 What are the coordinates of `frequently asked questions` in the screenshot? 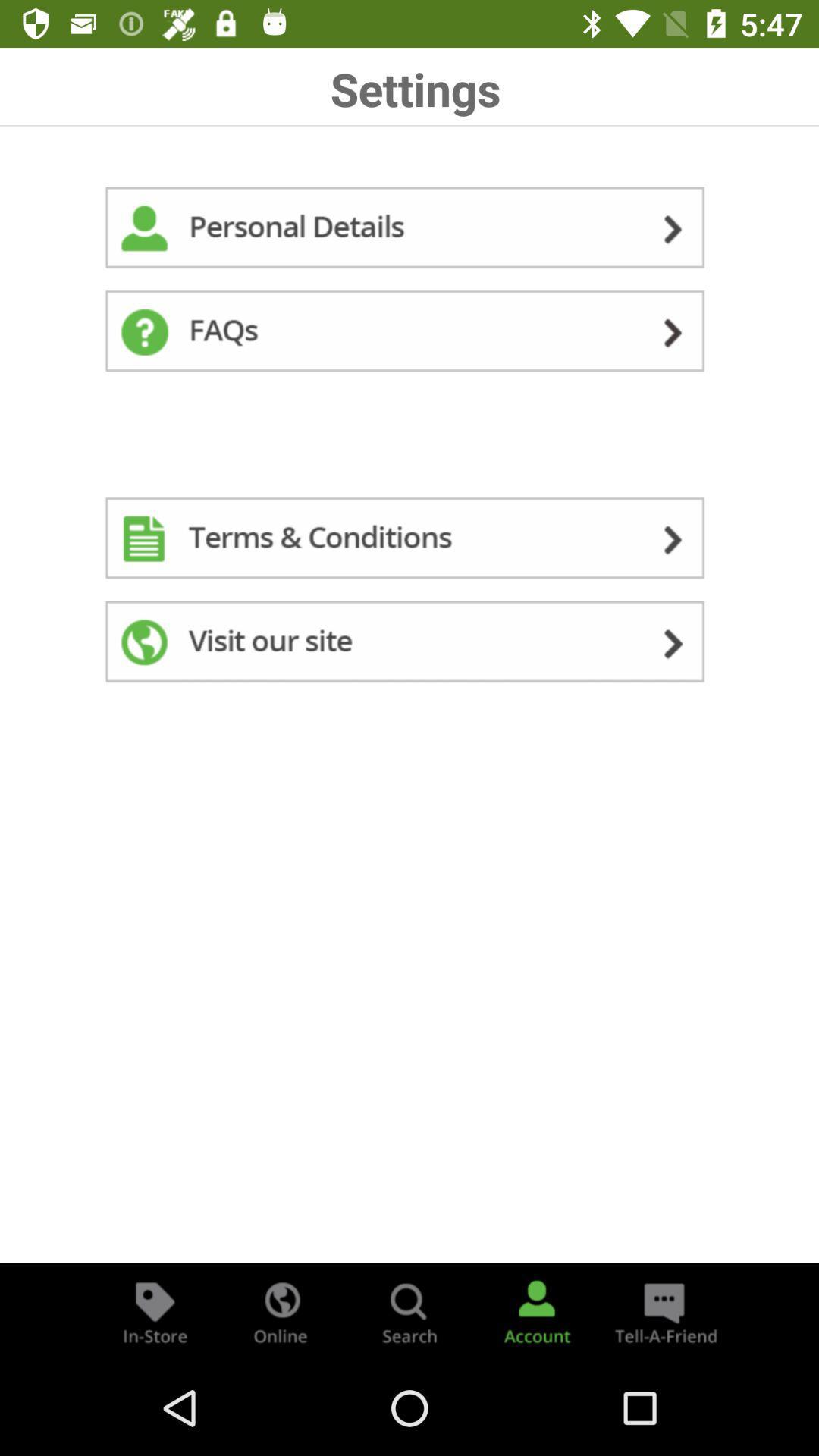 It's located at (409, 334).